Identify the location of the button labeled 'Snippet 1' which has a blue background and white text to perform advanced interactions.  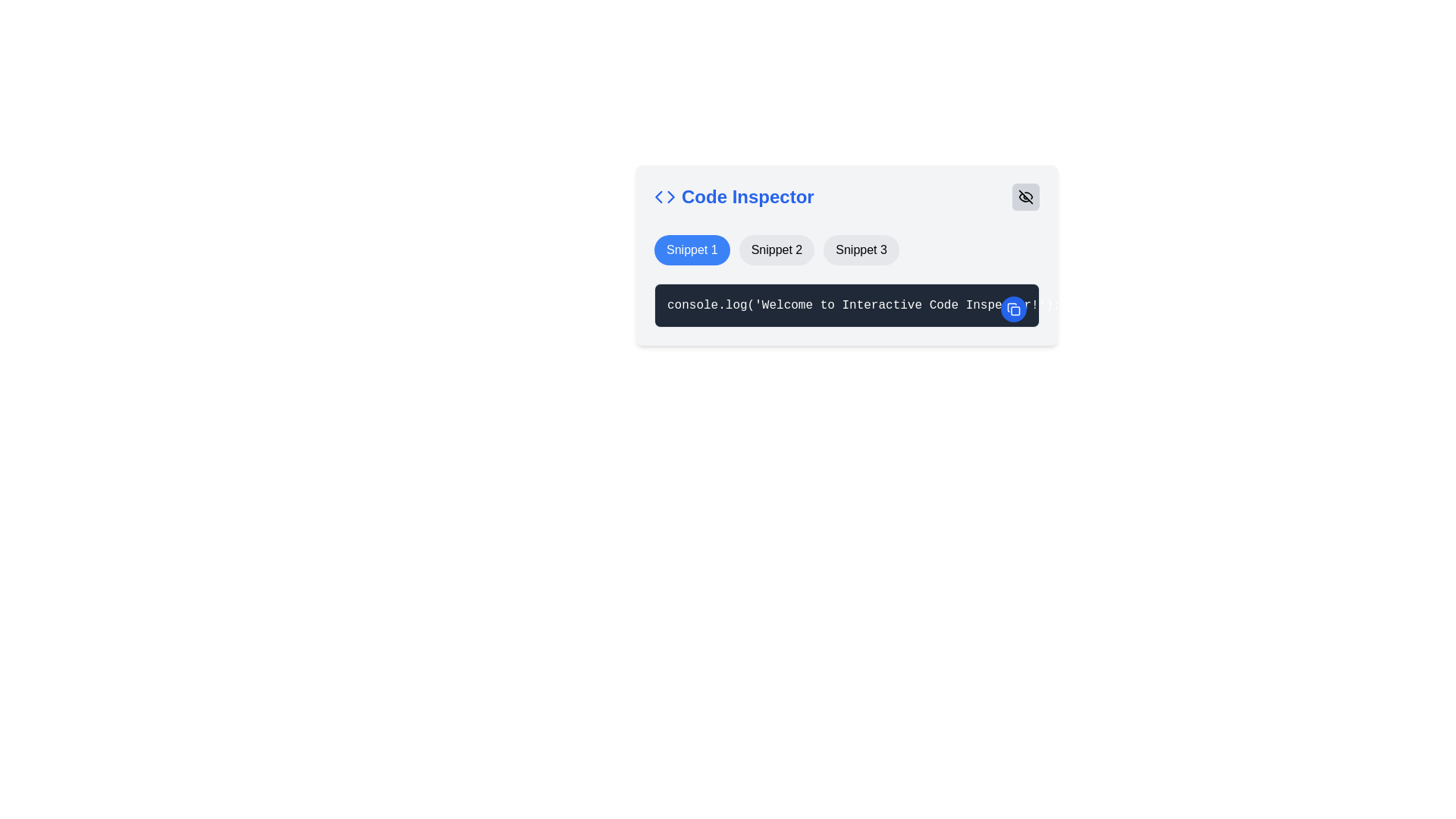
(691, 249).